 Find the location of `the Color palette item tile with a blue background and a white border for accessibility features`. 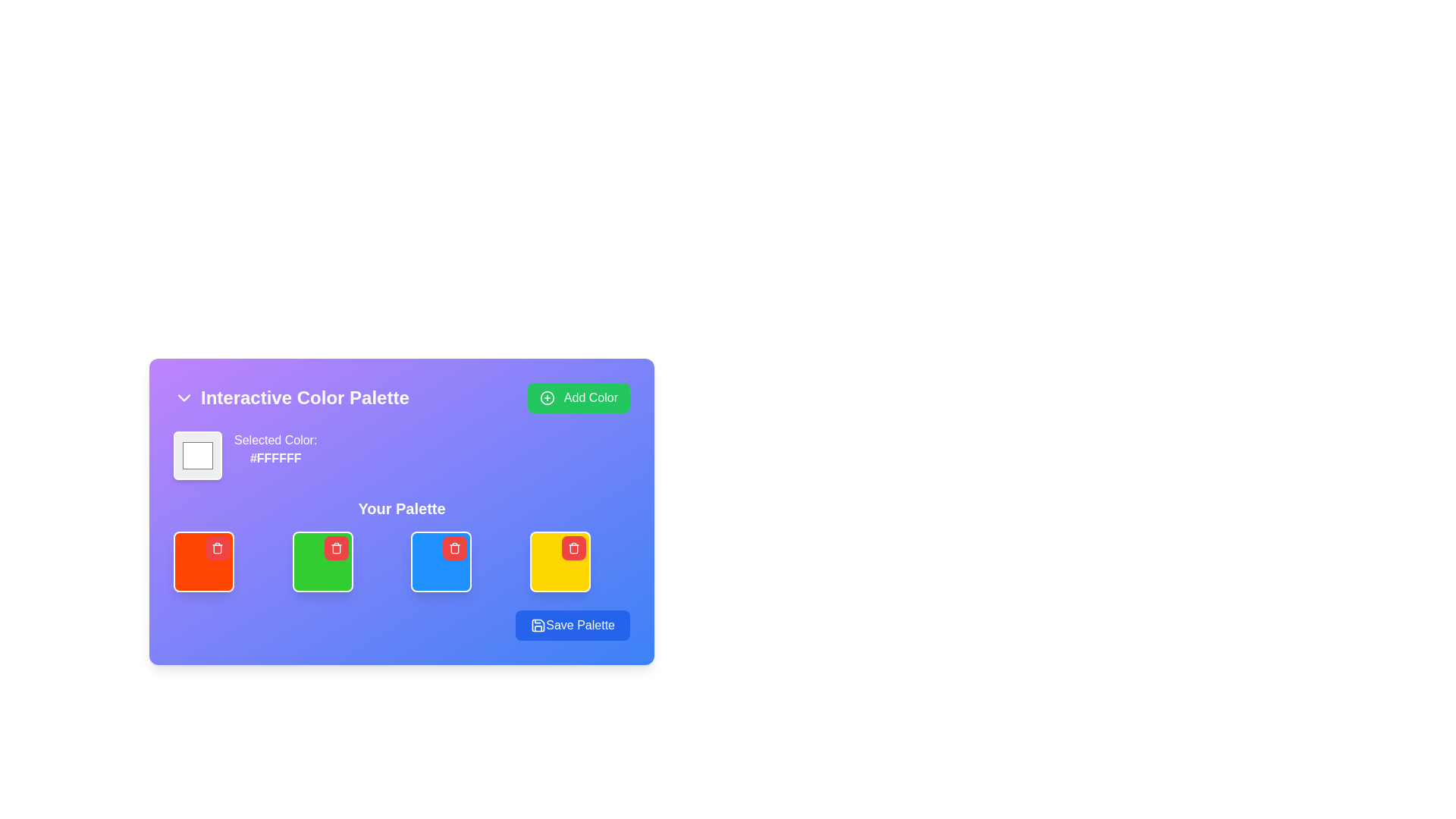

the Color palette item tile with a blue background and a white border for accessibility features is located at coordinates (440, 561).